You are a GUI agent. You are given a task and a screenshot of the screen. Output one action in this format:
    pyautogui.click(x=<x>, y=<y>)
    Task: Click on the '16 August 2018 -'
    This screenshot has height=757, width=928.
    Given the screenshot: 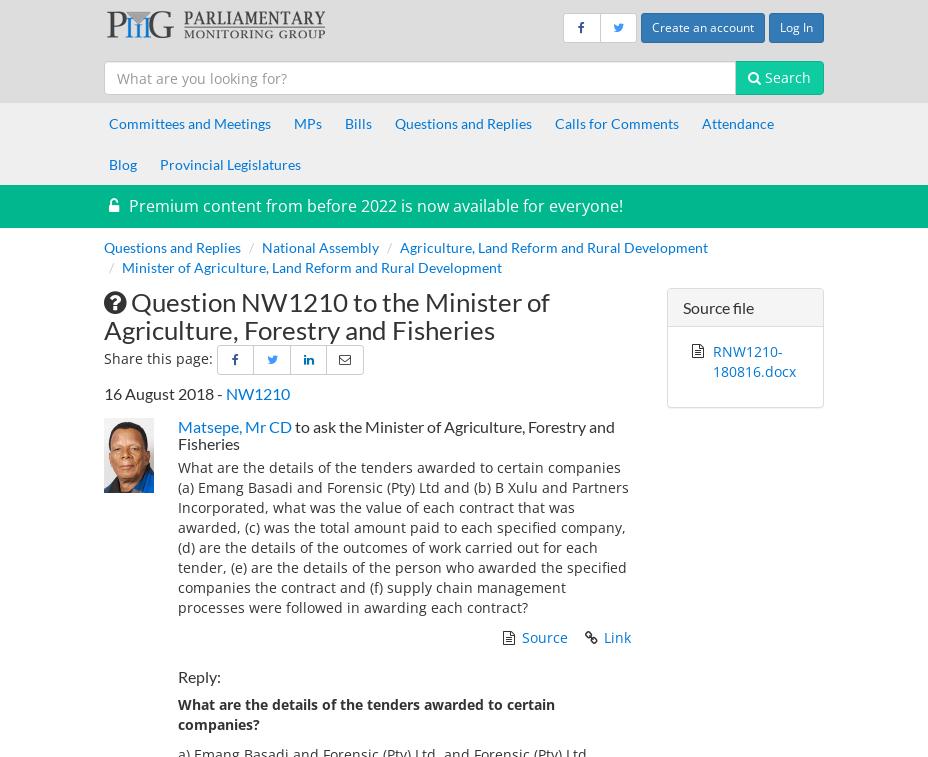 What is the action you would take?
    pyautogui.click(x=164, y=393)
    